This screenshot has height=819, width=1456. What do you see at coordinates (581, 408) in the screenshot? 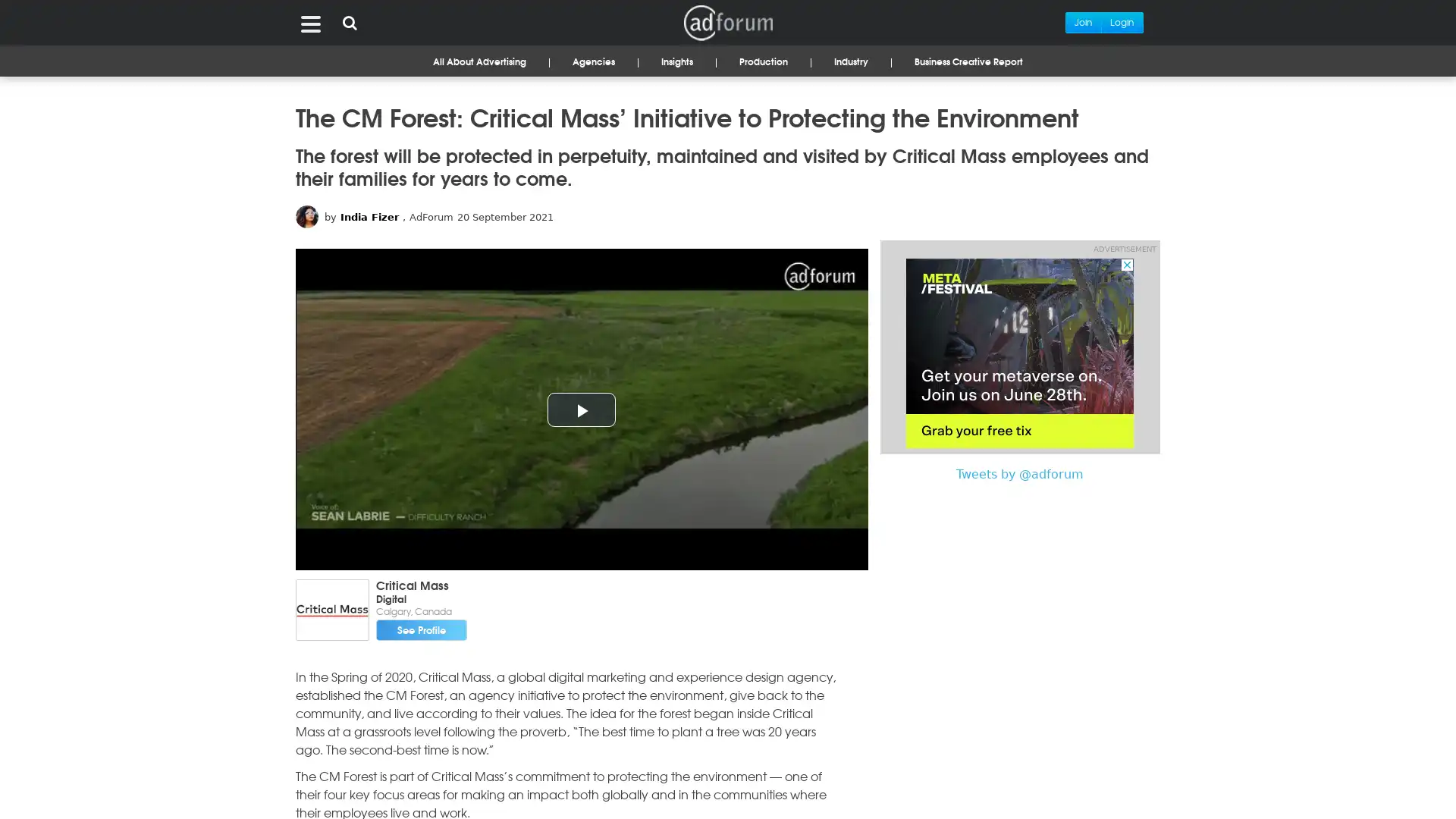
I see `Play Video` at bounding box center [581, 408].